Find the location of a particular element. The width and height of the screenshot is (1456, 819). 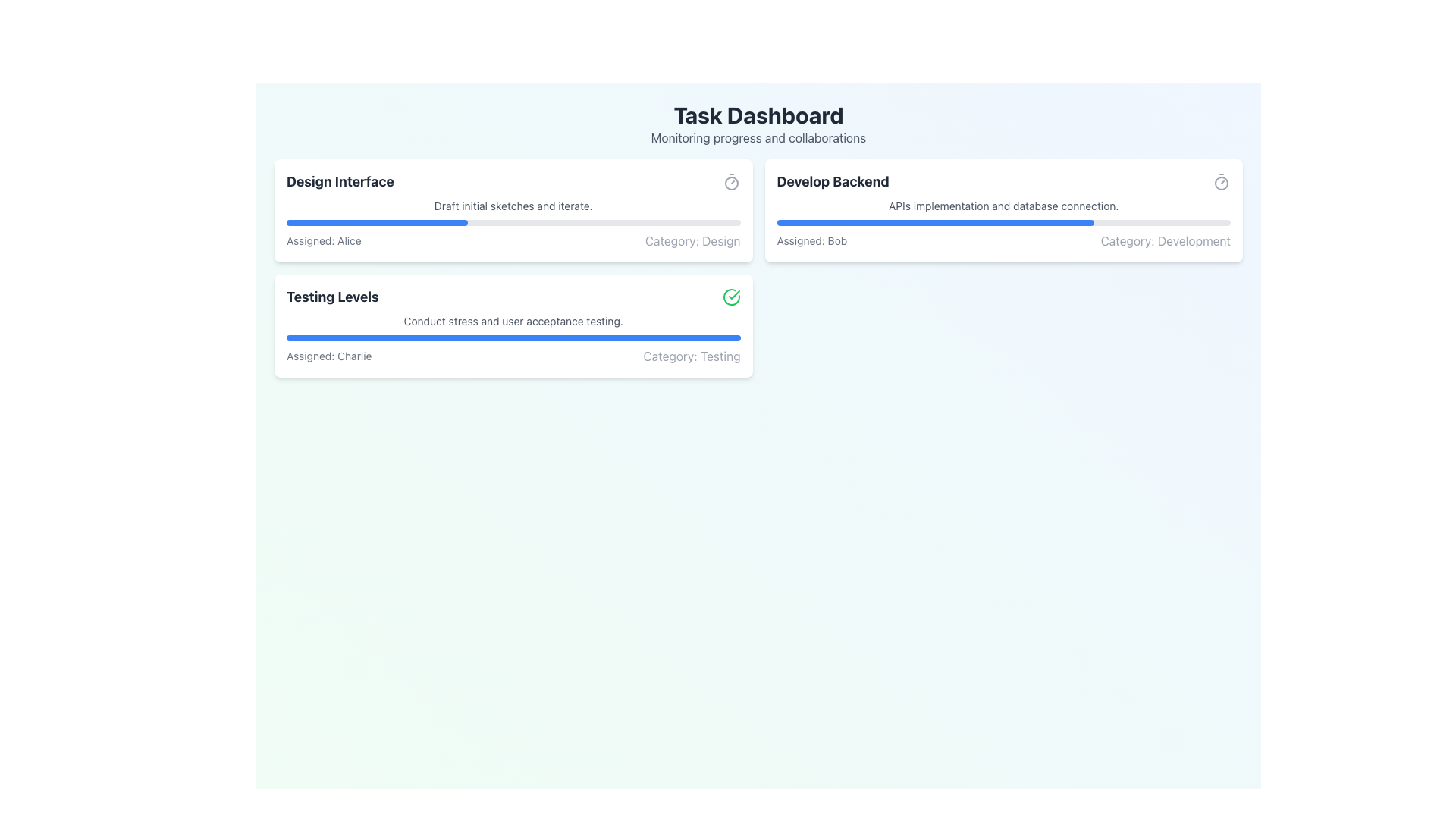

the Text Label that displays the task category on the 'Testing Levels' task card in the bottom-right section of the dashboard is located at coordinates (691, 356).